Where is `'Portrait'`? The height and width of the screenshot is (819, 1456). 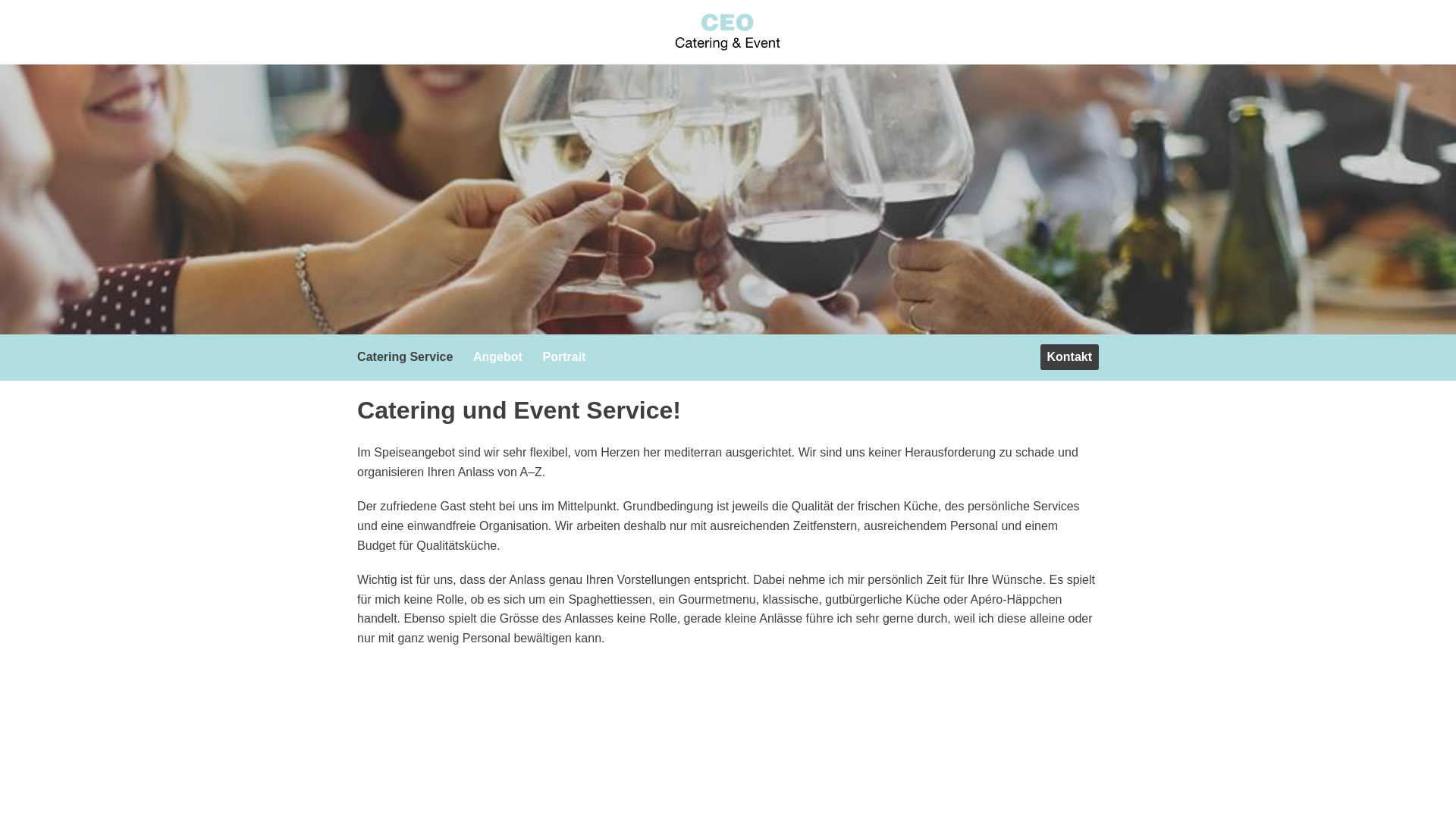 'Portrait' is located at coordinates (535, 356).